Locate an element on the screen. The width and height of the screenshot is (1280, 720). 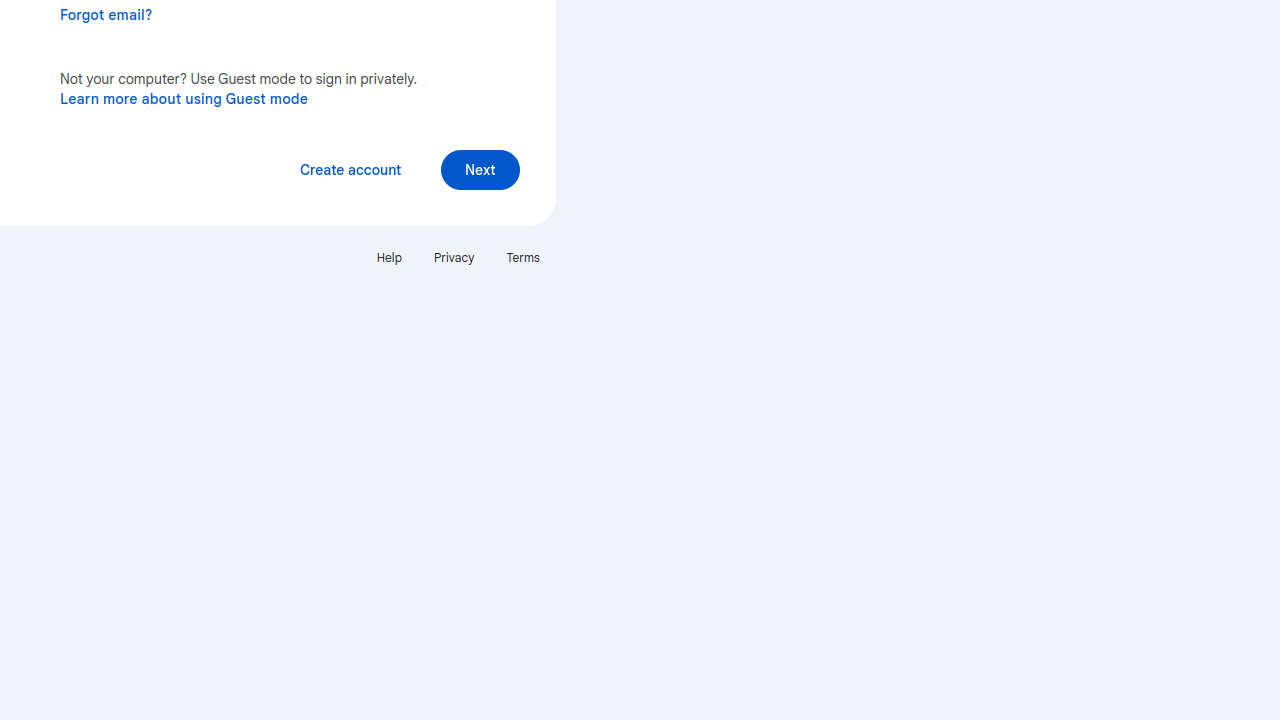
'Privacy' is located at coordinates (453, 256).